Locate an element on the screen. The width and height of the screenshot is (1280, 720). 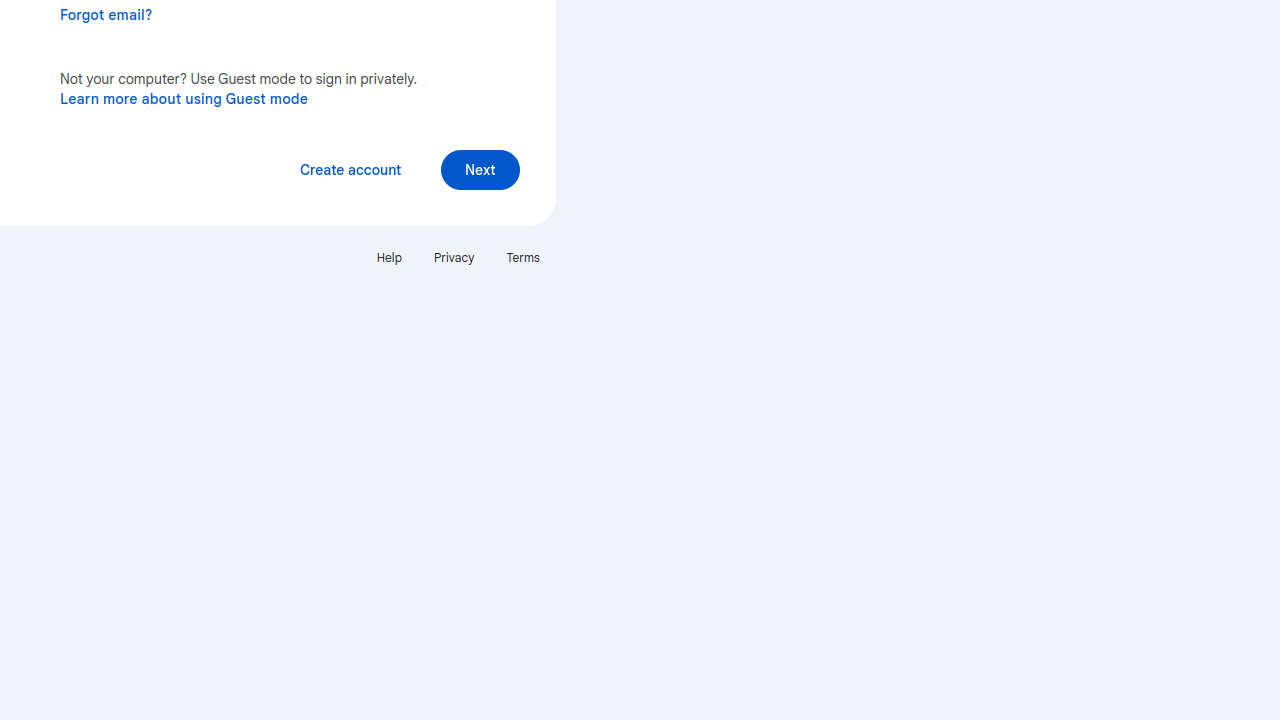
'Privacy' is located at coordinates (453, 256).